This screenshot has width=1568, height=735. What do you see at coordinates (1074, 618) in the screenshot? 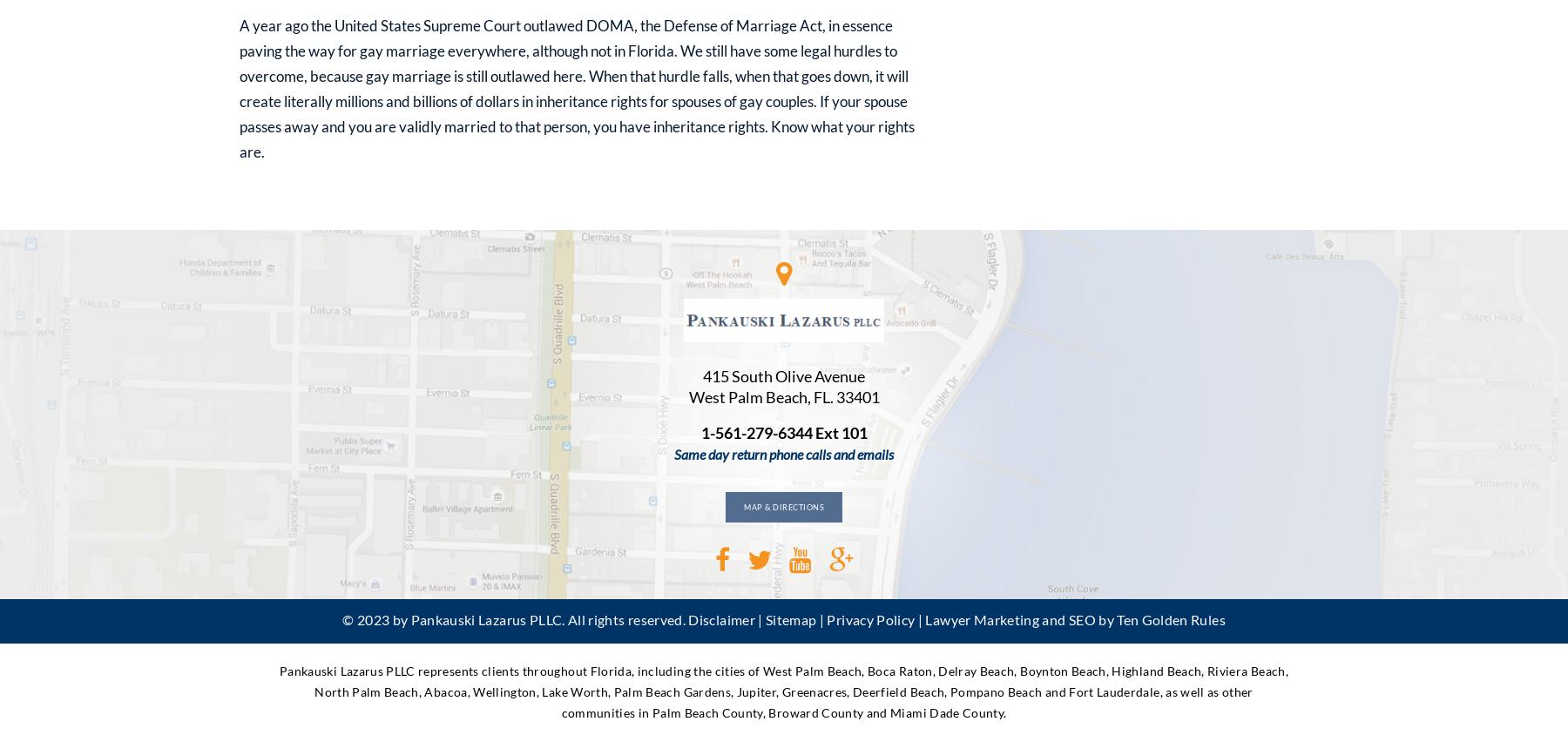
I see `'Lawyer Marketing and SEO by Ten Golden Rules'` at bounding box center [1074, 618].